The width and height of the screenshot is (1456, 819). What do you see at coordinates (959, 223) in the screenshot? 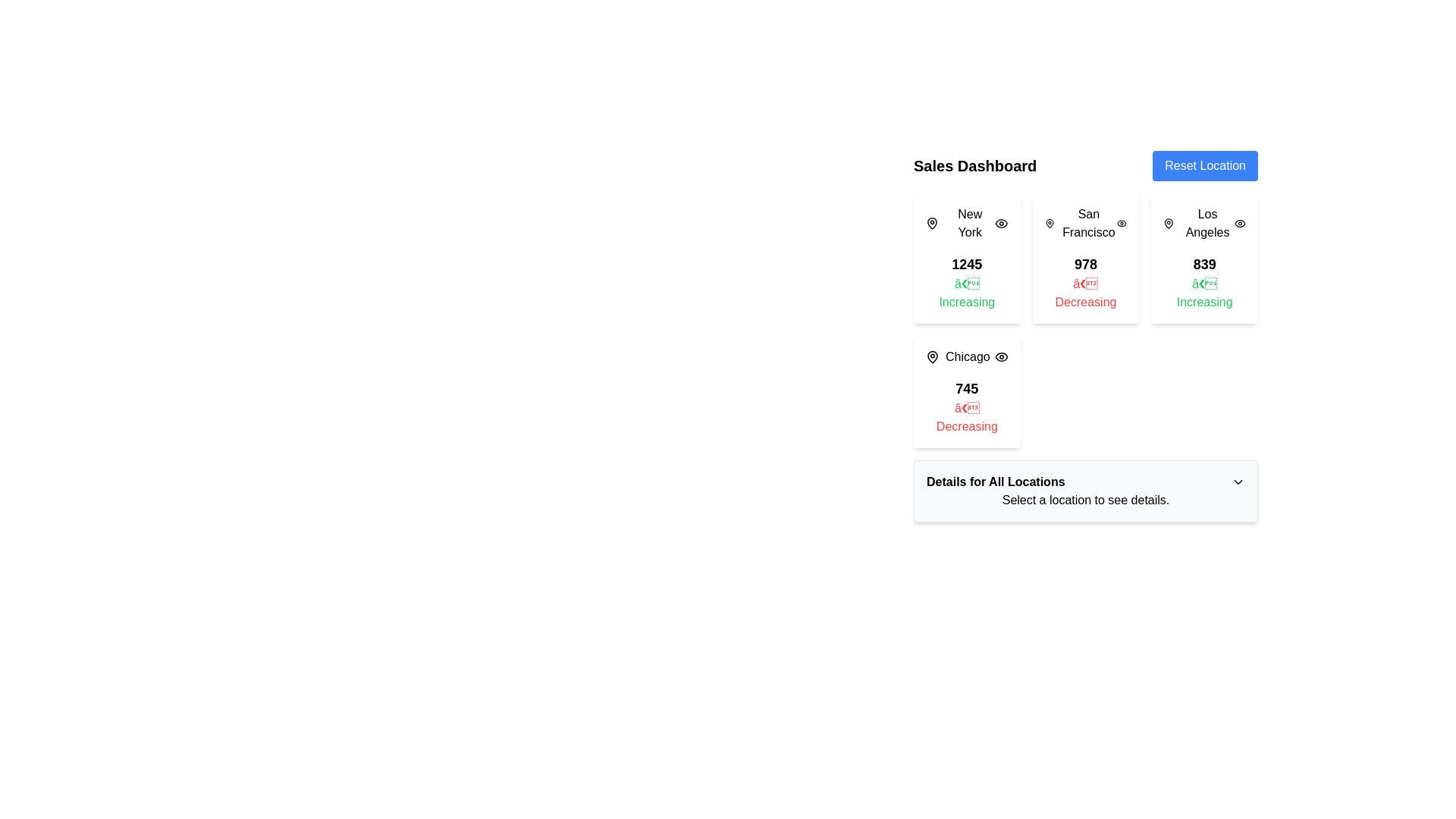
I see `the 'New York' text label with location pin icon located at the top-left corner of the Sales Dashboard section` at bounding box center [959, 223].